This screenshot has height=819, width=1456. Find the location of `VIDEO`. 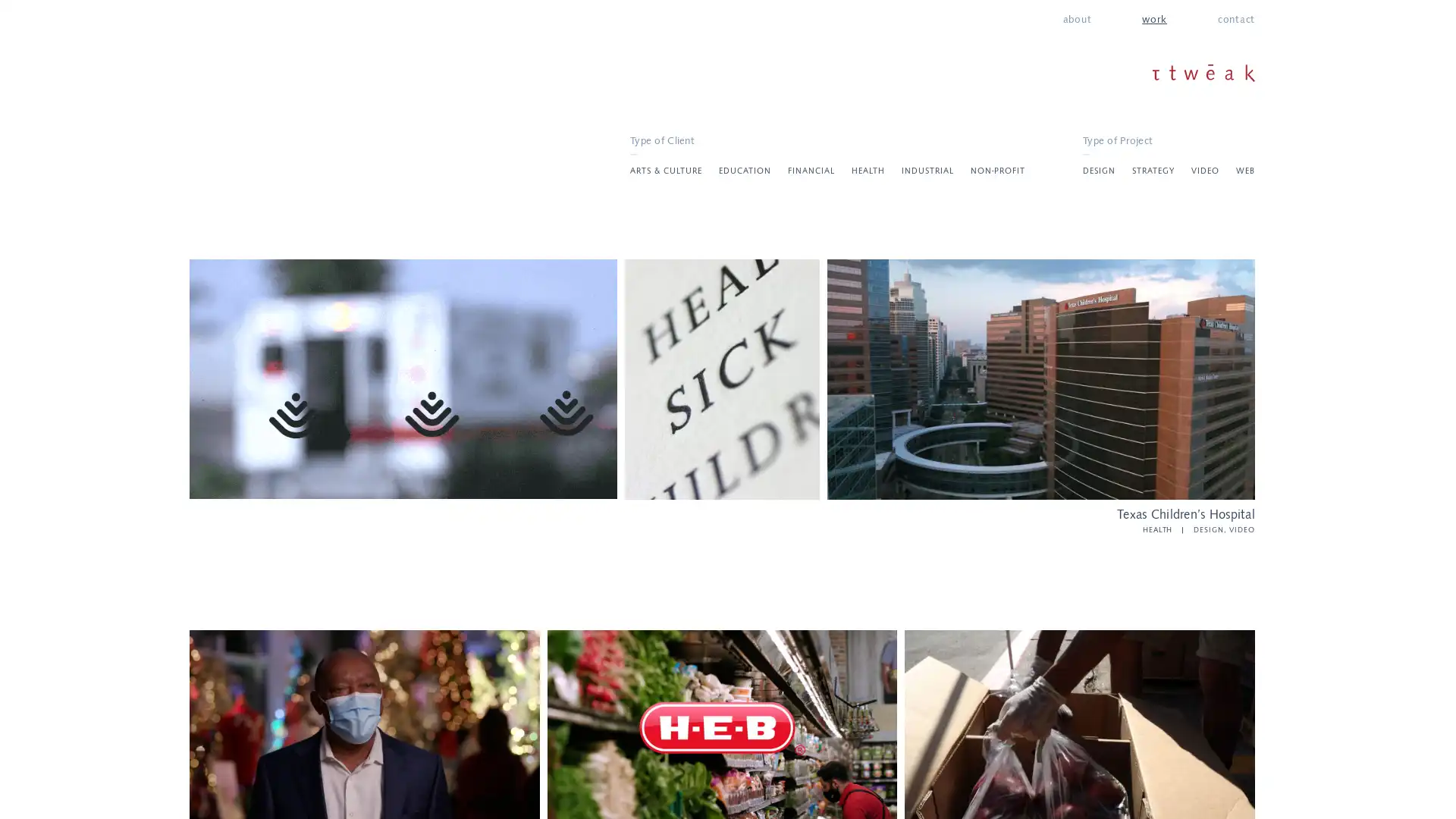

VIDEO is located at coordinates (1204, 171).